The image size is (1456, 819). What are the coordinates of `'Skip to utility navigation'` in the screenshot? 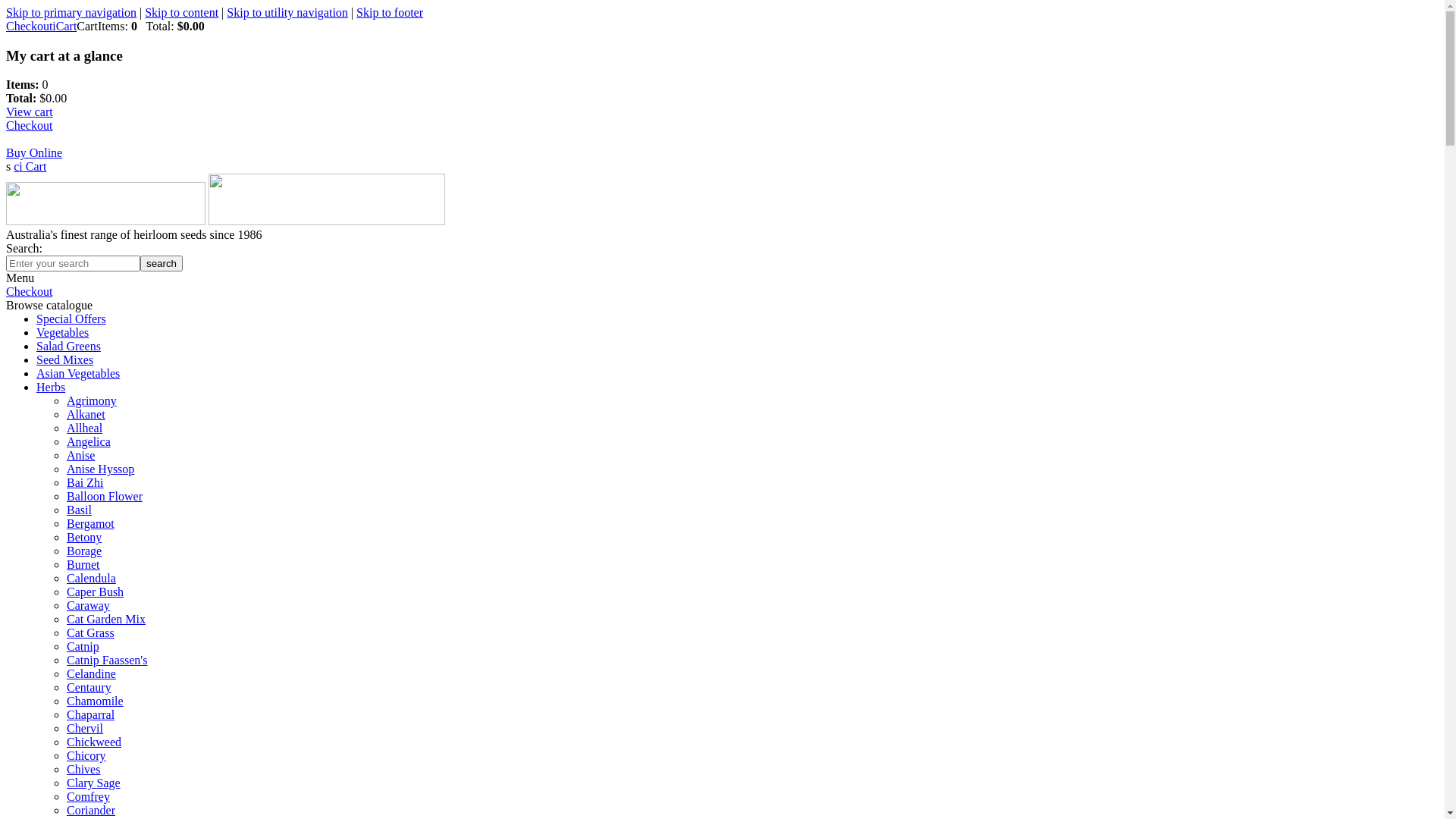 It's located at (225, 12).